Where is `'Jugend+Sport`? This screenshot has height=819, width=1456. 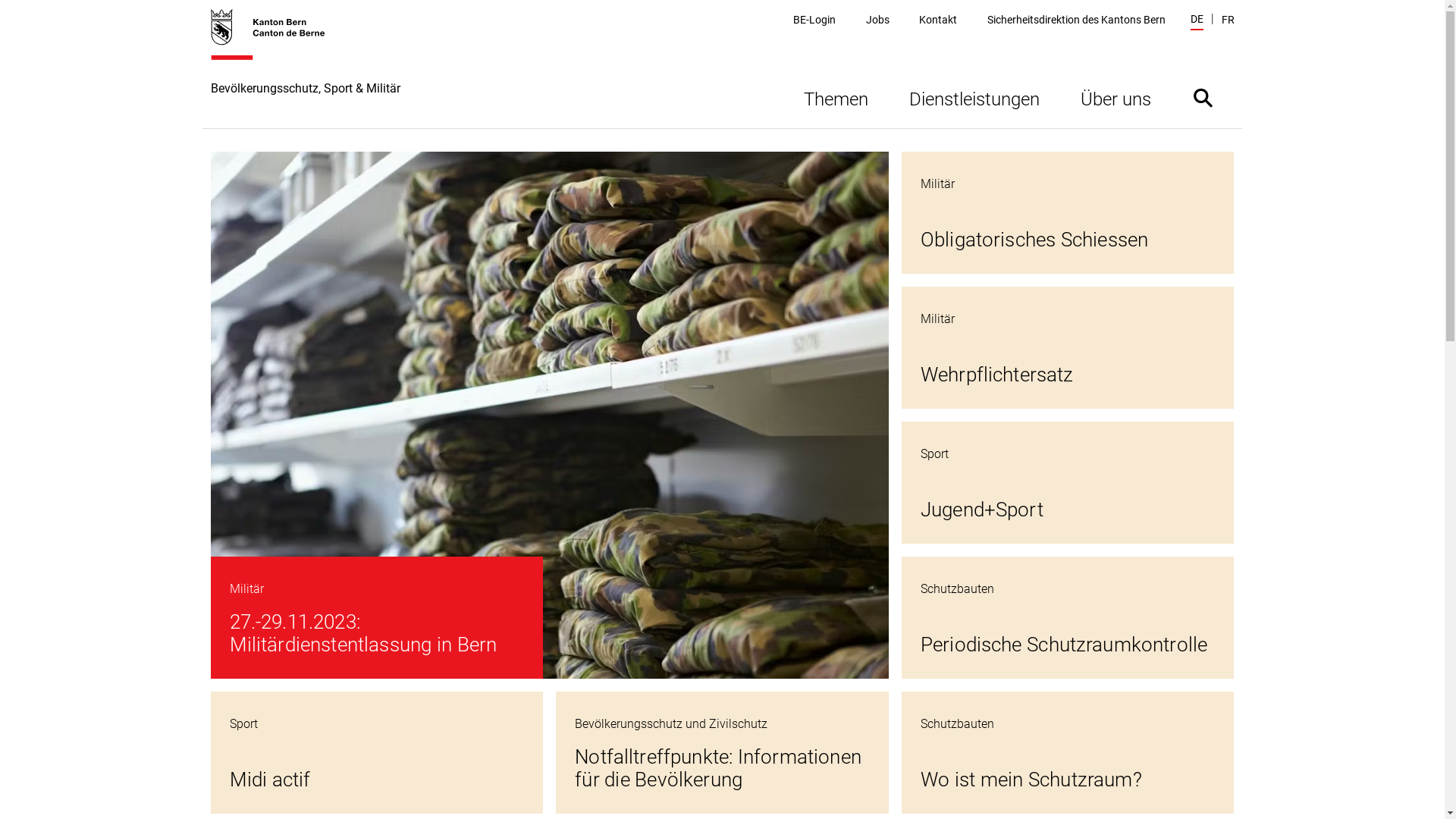 'Jugend+Sport is located at coordinates (1067, 482).